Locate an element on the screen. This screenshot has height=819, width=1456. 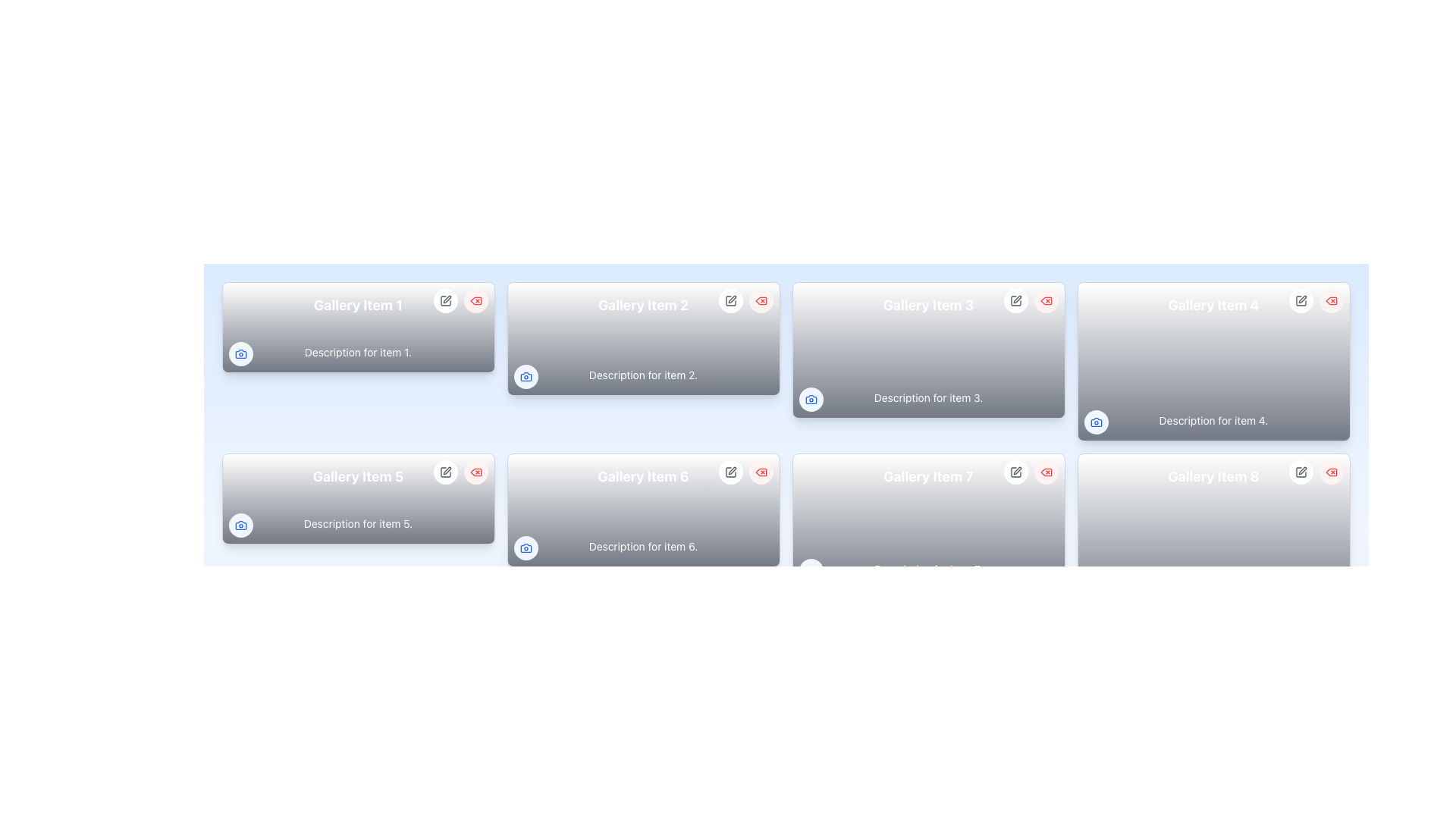
bold, large-sized text labeled 'Gallery Item 7' which is prominently displayed in a rectangular card within a grid layout is located at coordinates (927, 475).